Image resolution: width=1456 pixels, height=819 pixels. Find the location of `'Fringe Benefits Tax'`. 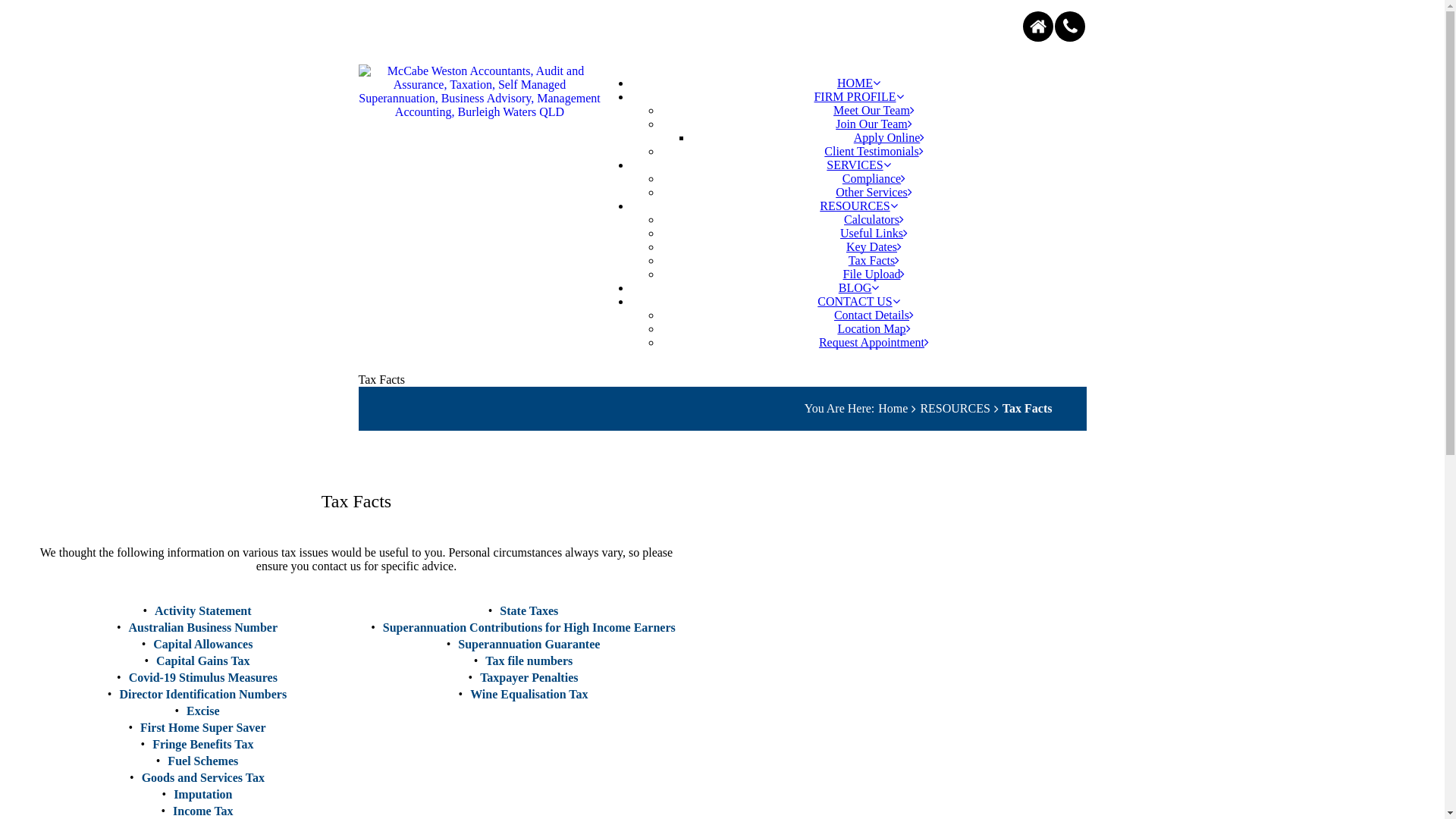

'Fringe Benefits Tax' is located at coordinates (152, 743).